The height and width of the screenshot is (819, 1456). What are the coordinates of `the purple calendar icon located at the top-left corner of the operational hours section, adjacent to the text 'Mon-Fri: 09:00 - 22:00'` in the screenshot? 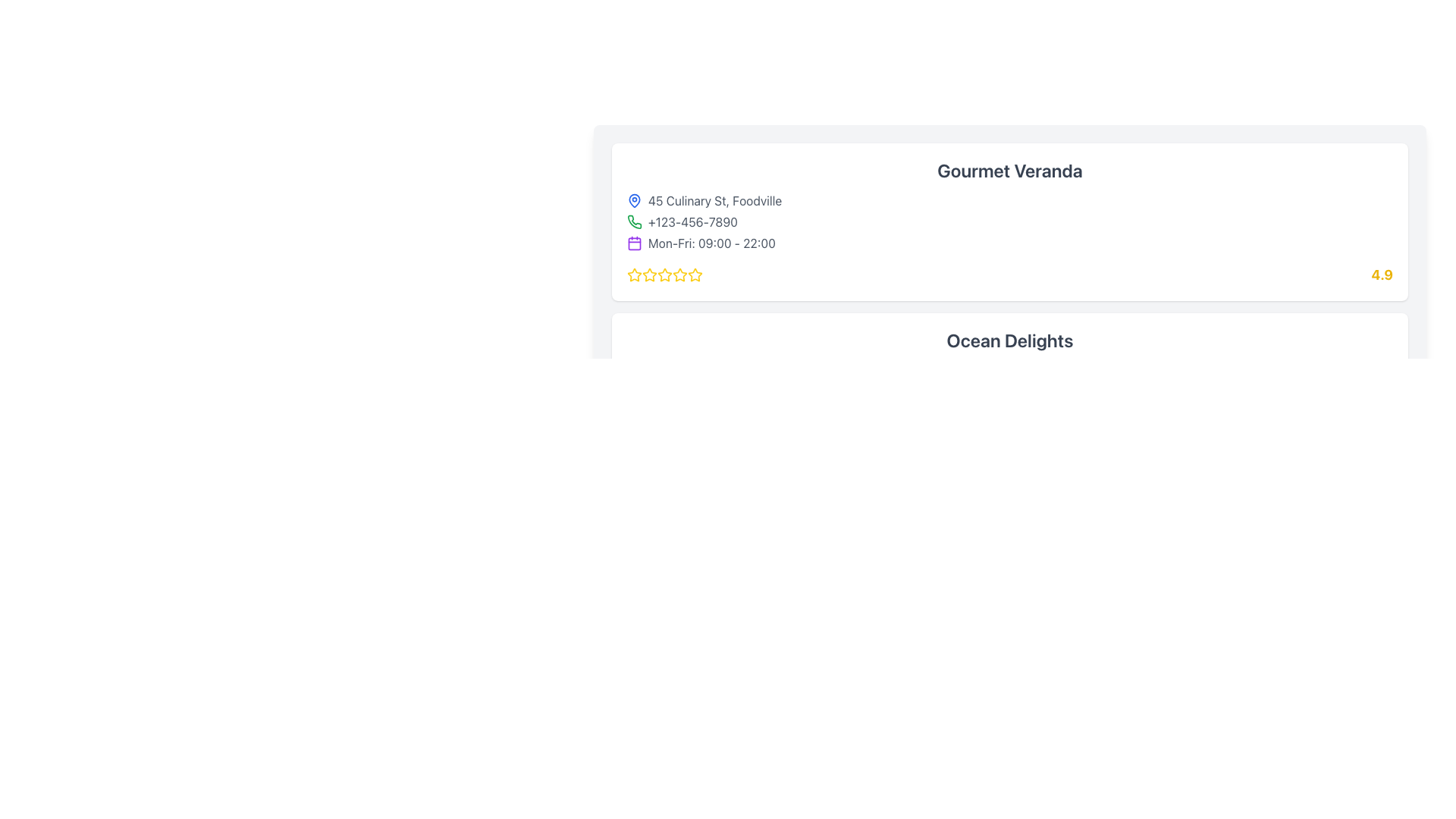 It's located at (634, 242).